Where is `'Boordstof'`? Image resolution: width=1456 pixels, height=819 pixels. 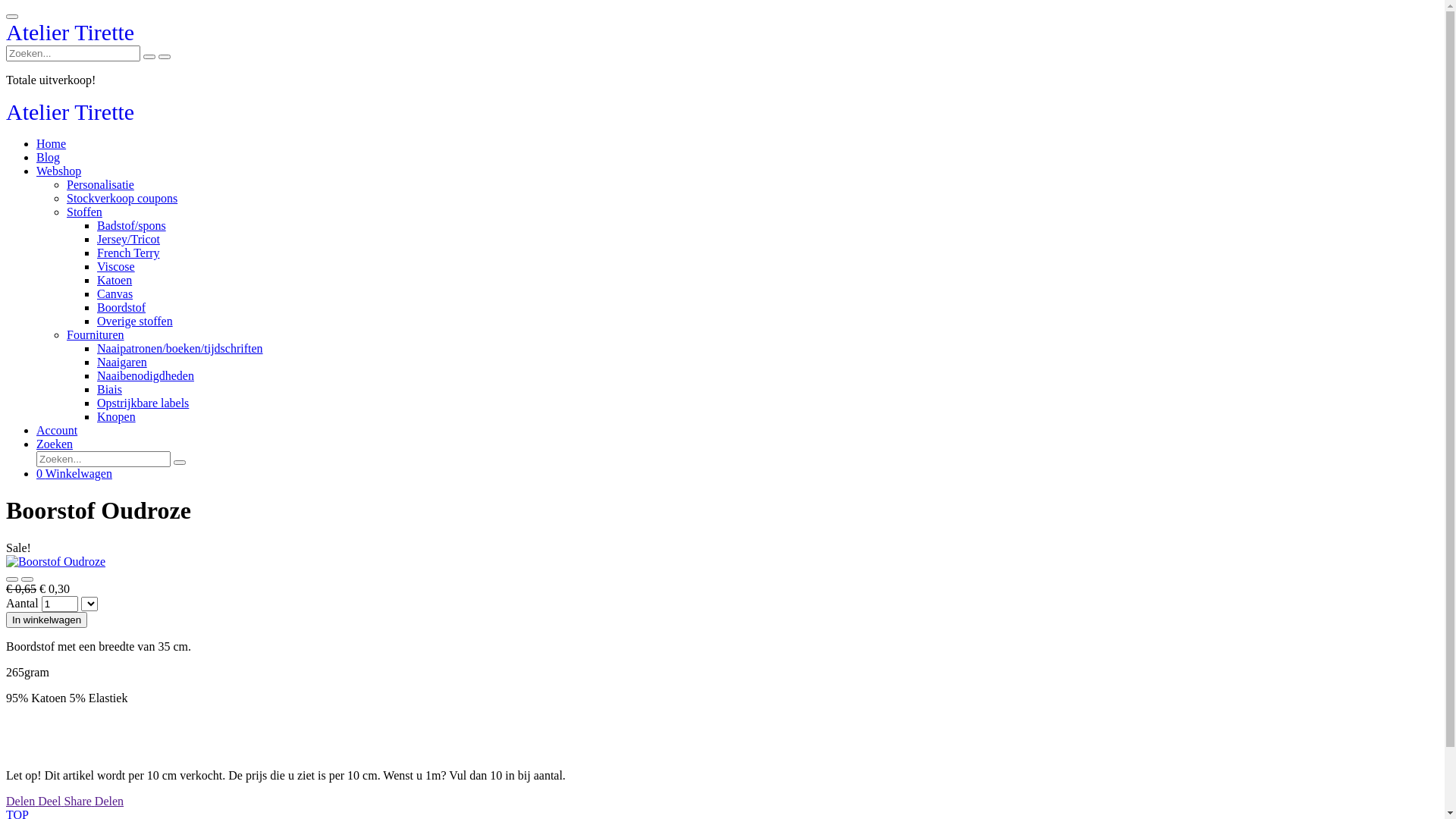
'Boordstof' is located at coordinates (120, 307).